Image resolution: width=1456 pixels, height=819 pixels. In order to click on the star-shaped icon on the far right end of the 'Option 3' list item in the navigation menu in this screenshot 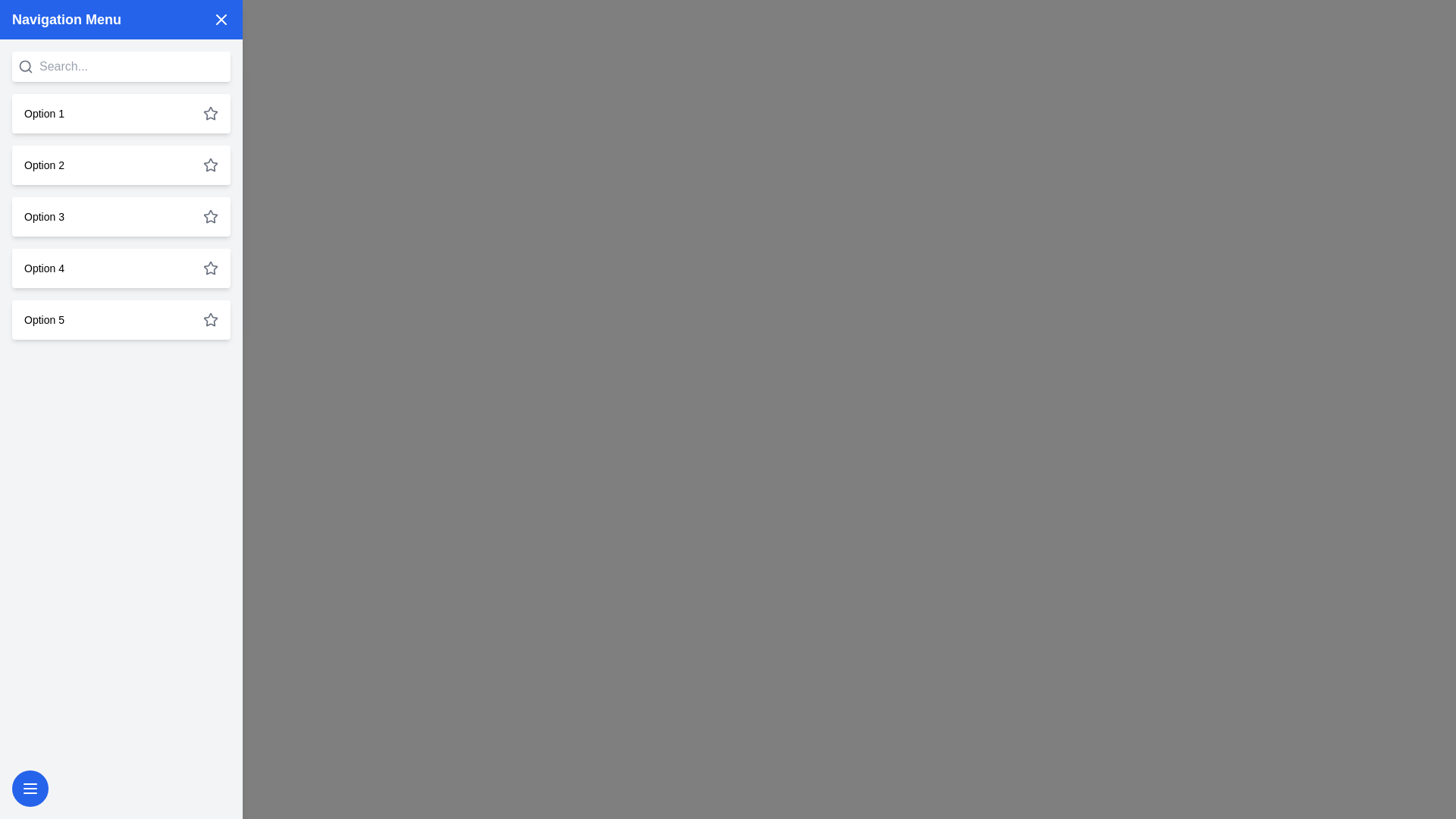, I will do `click(210, 216)`.